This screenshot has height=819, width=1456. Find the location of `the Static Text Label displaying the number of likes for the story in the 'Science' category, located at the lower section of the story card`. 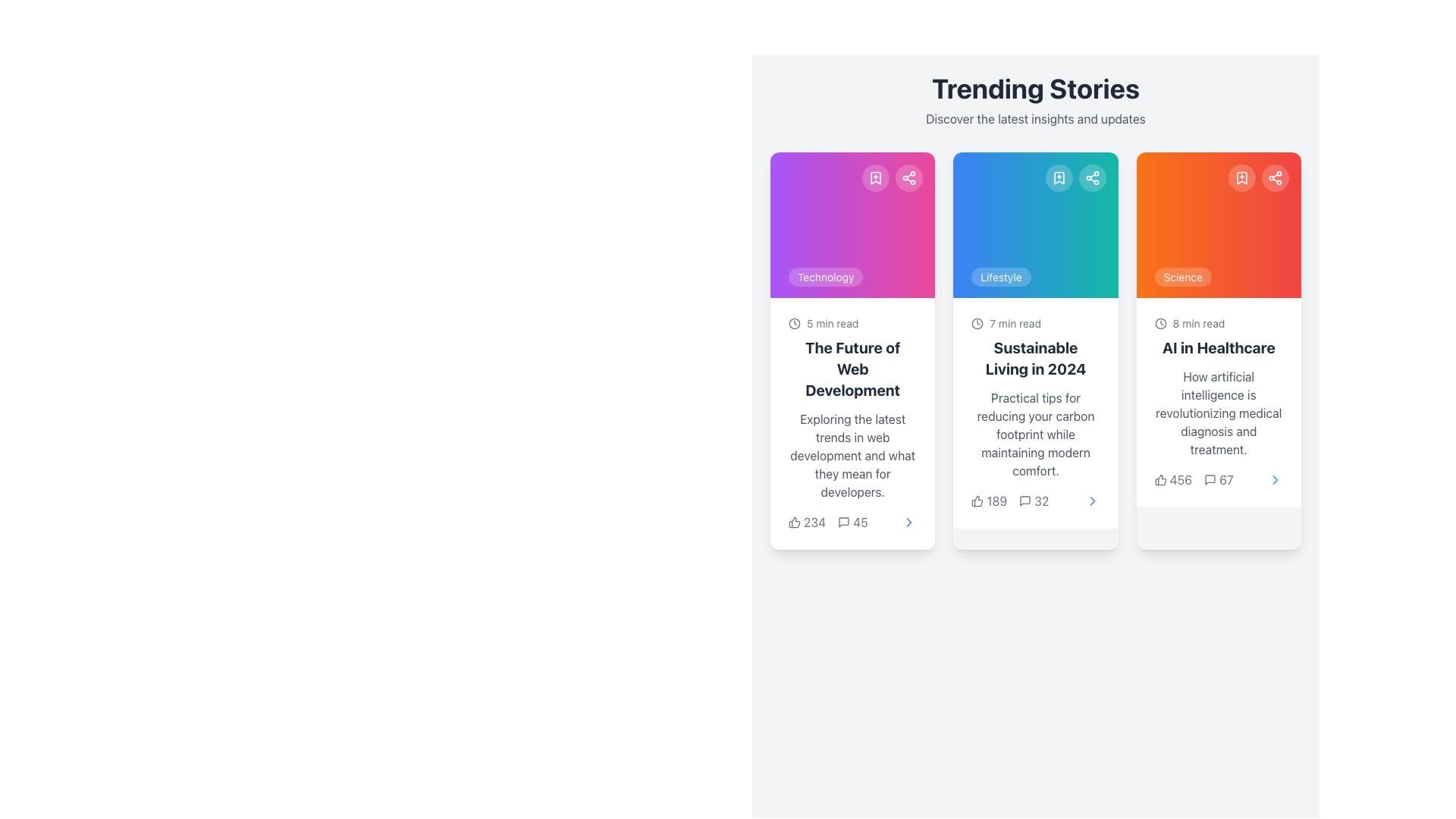

the Static Text Label displaying the number of likes for the story in the 'Science' category, located at the lower section of the story card is located at coordinates (1172, 479).